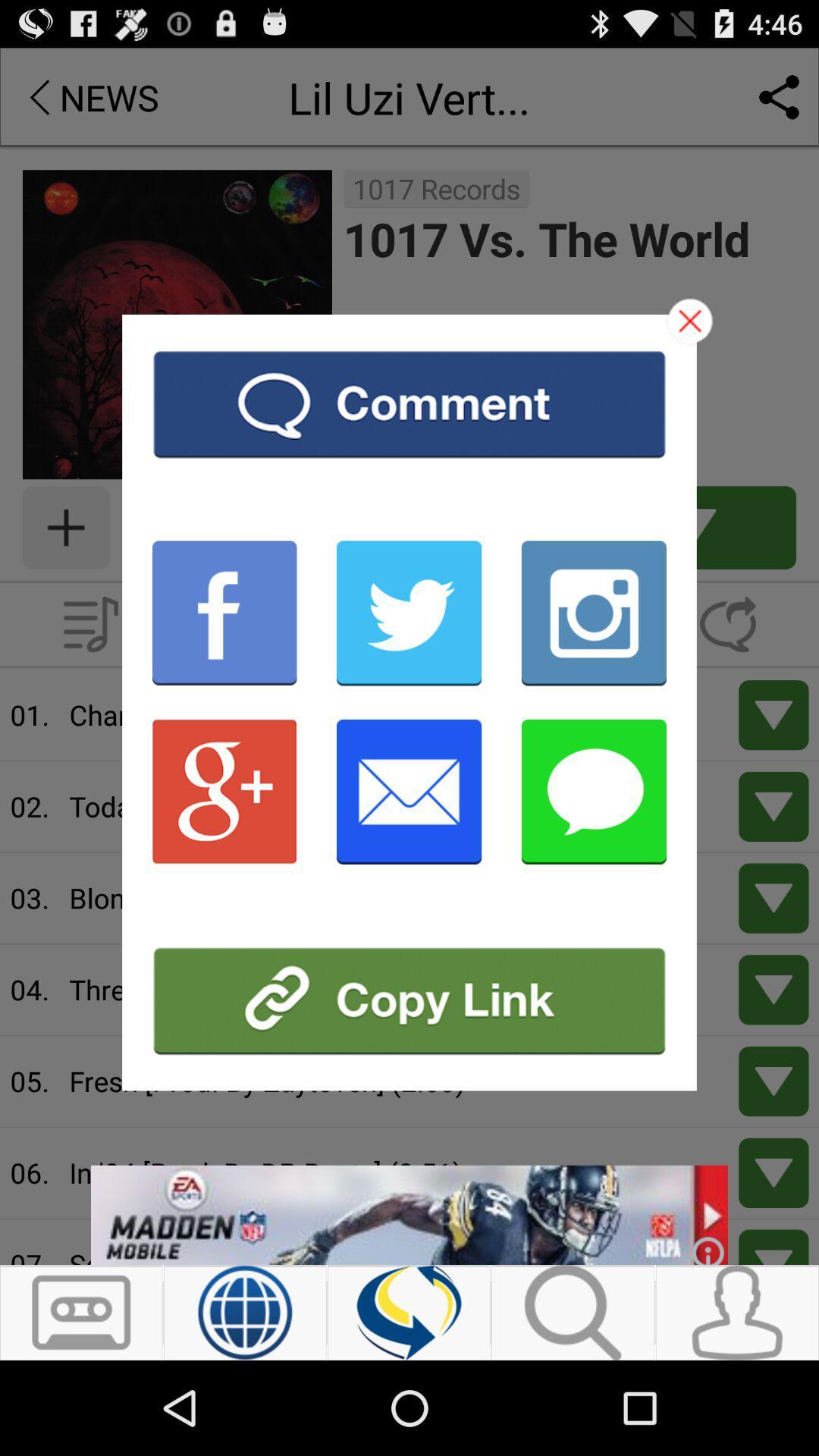  I want to click on close, so click(690, 320).